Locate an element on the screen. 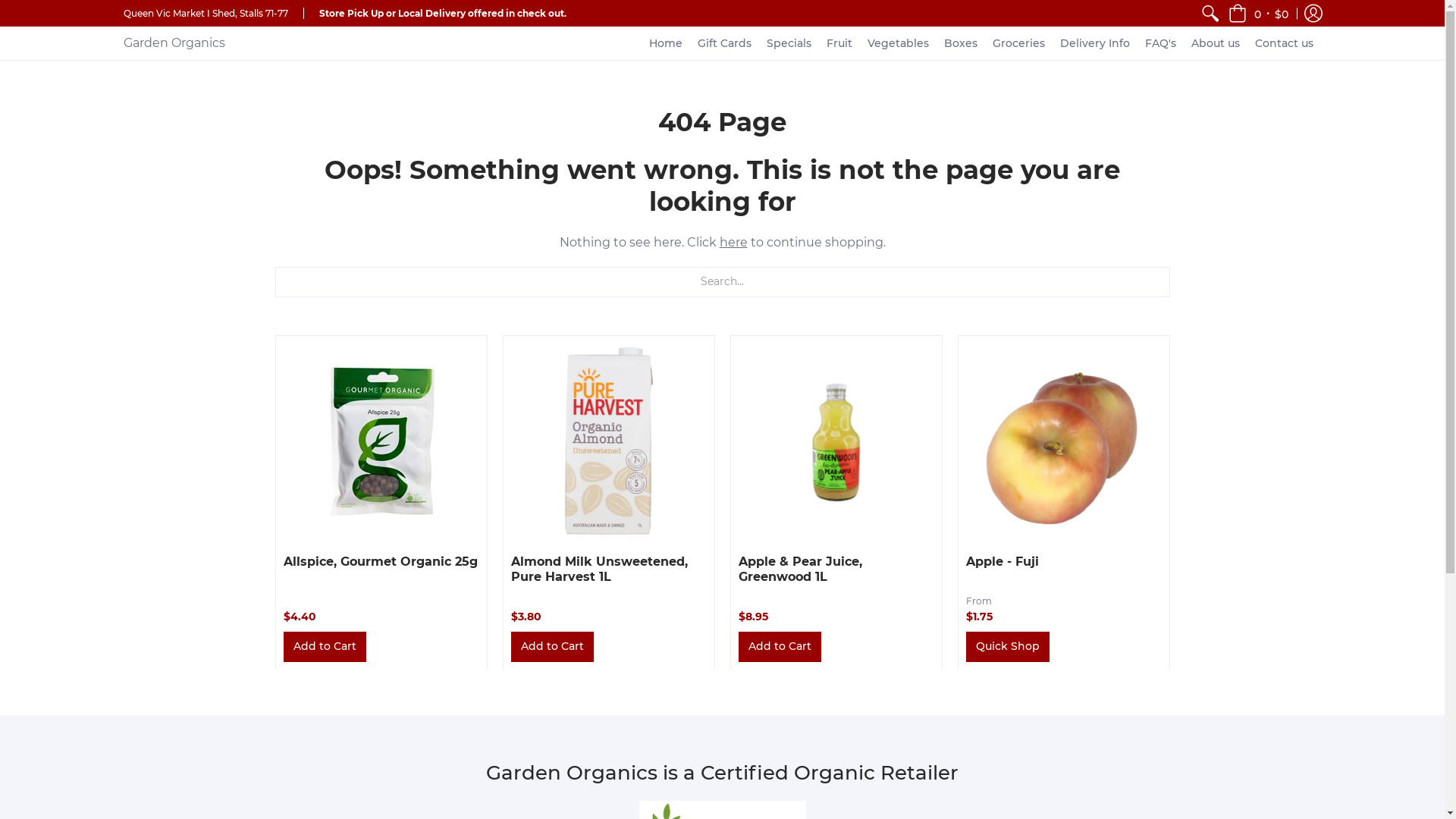  'Delivery Info' is located at coordinates (1095, 42).